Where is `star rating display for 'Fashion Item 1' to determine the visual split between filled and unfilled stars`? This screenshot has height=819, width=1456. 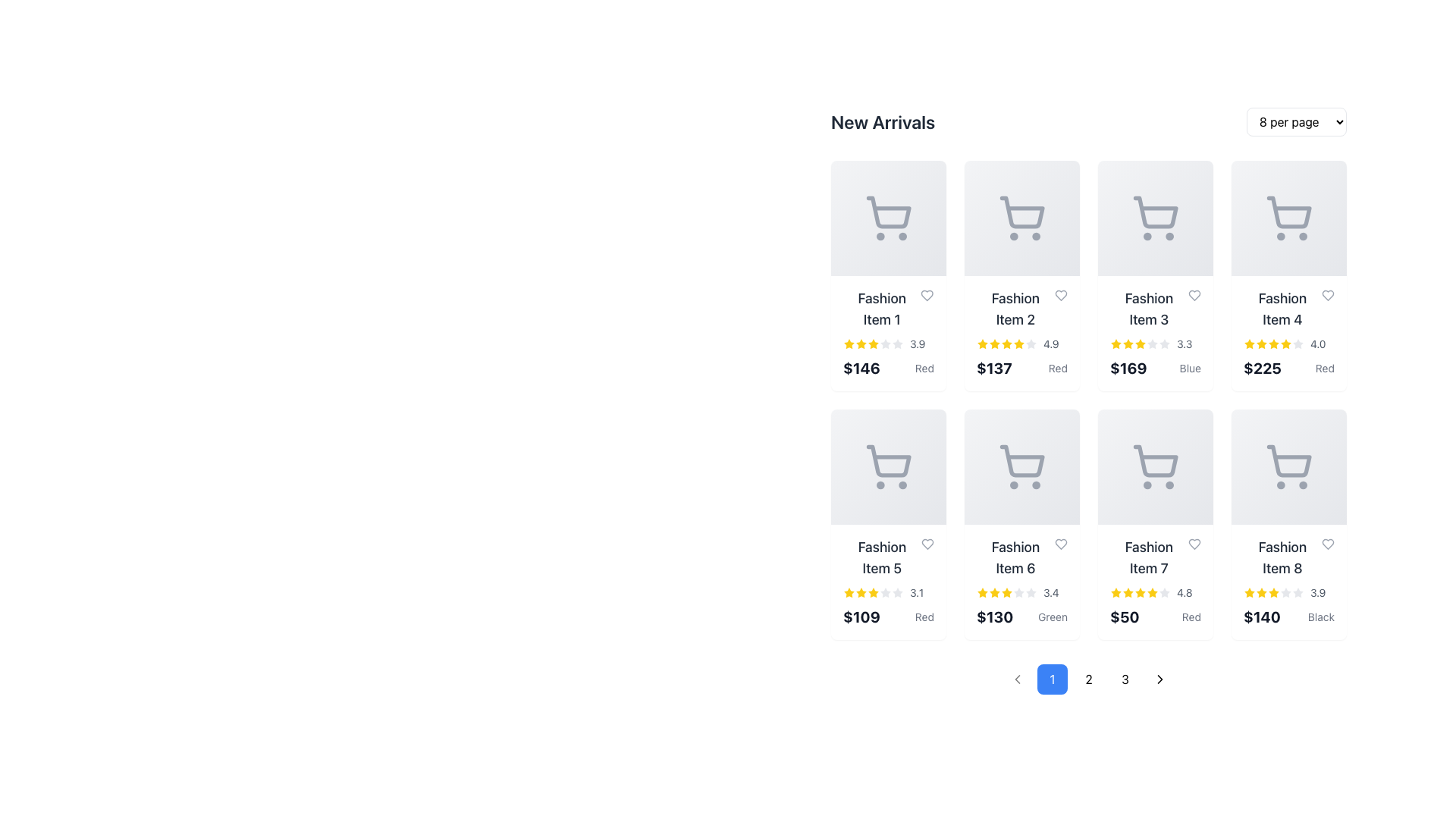 star rating display for 'Fashion Item 1' to determine the visual split between filled and unfilled stars is located at coordinates (888, 332).